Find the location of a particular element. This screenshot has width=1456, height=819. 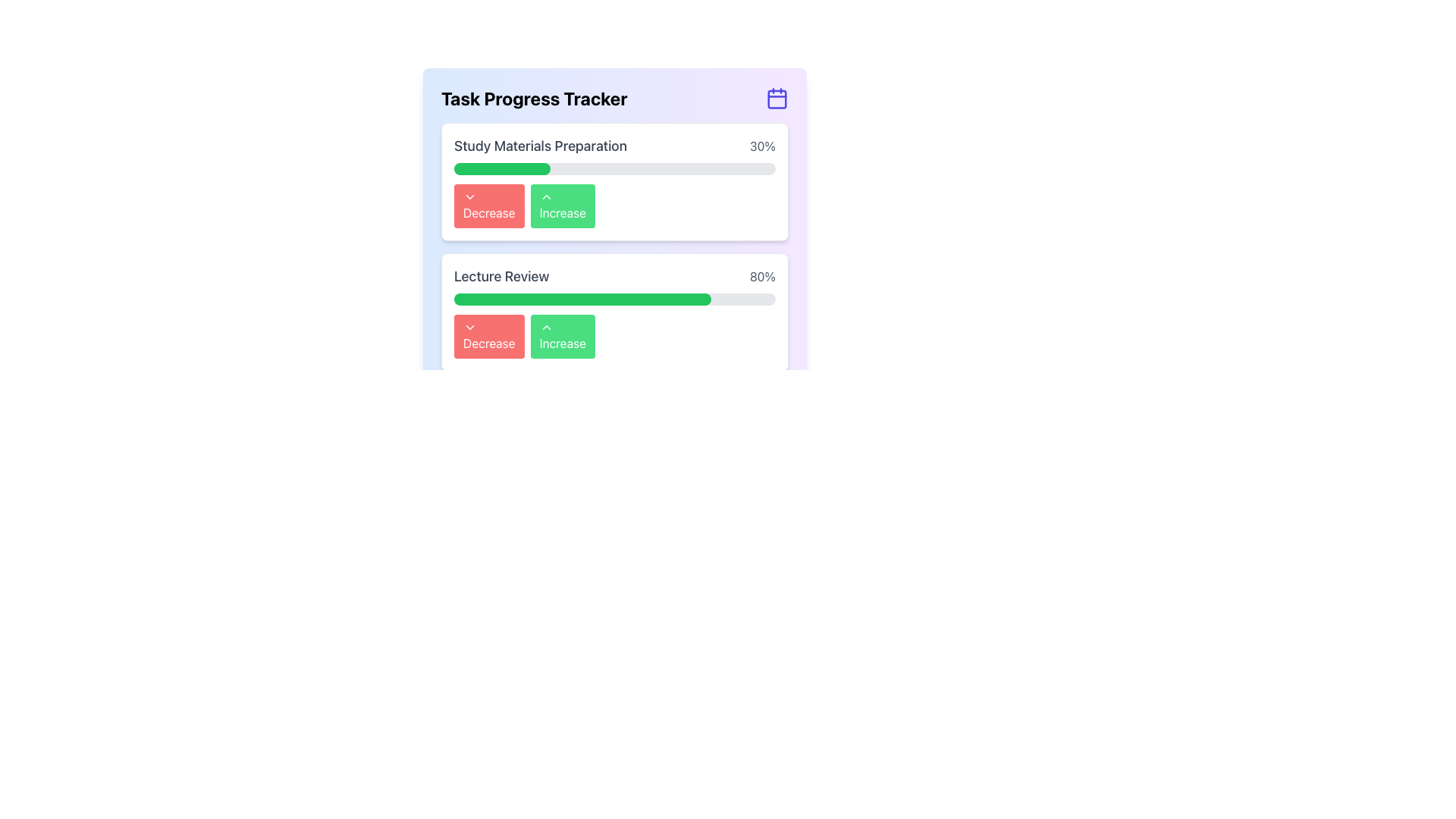

the SVG Icon of the downward-pointing chevron located within the 'Decrease' button of the 'Study Materials Preparation' progress tracker is located at coordinates (469, 196).